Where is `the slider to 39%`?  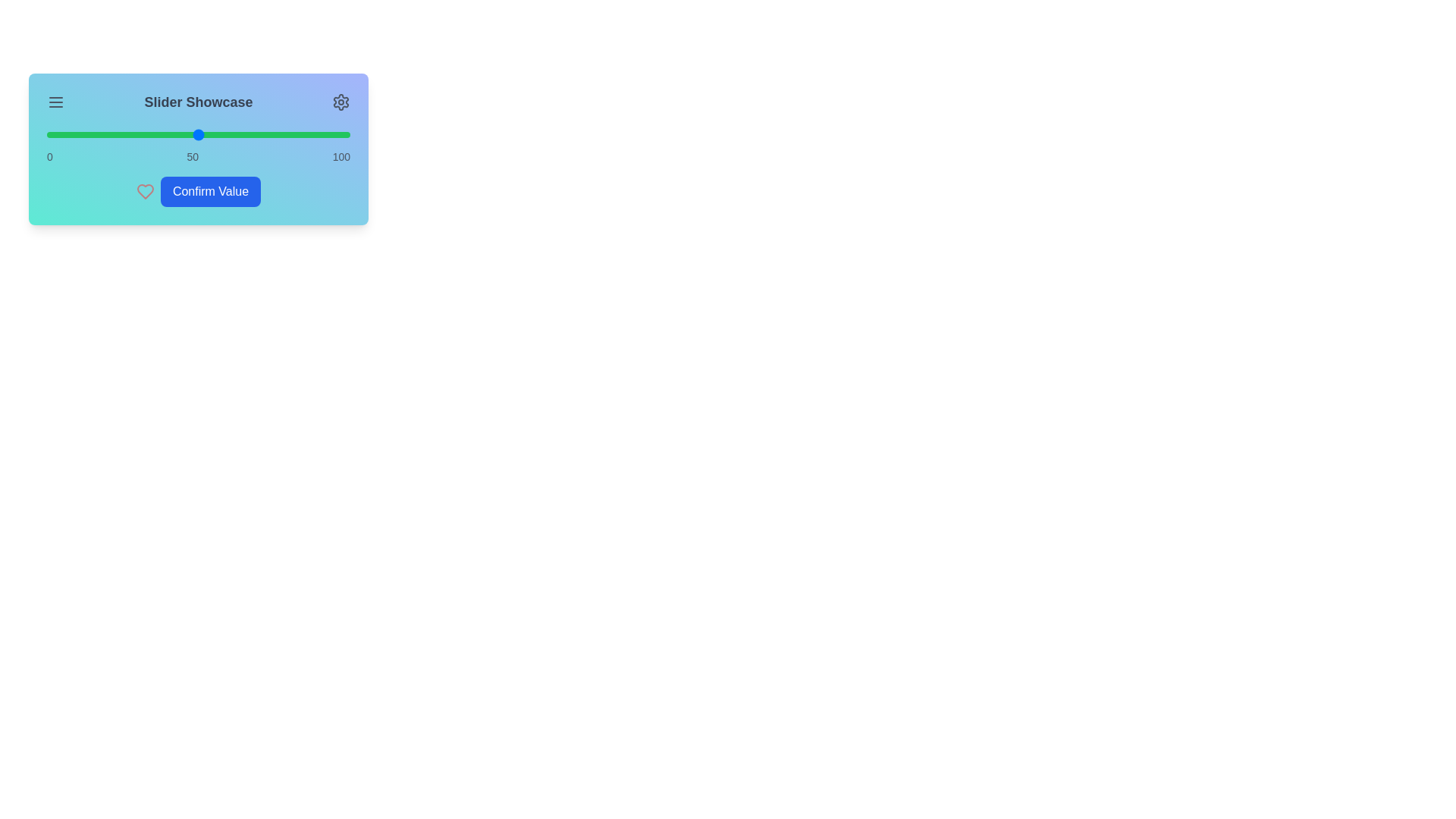 the slider to 39% is located at coordinates (165, 133).